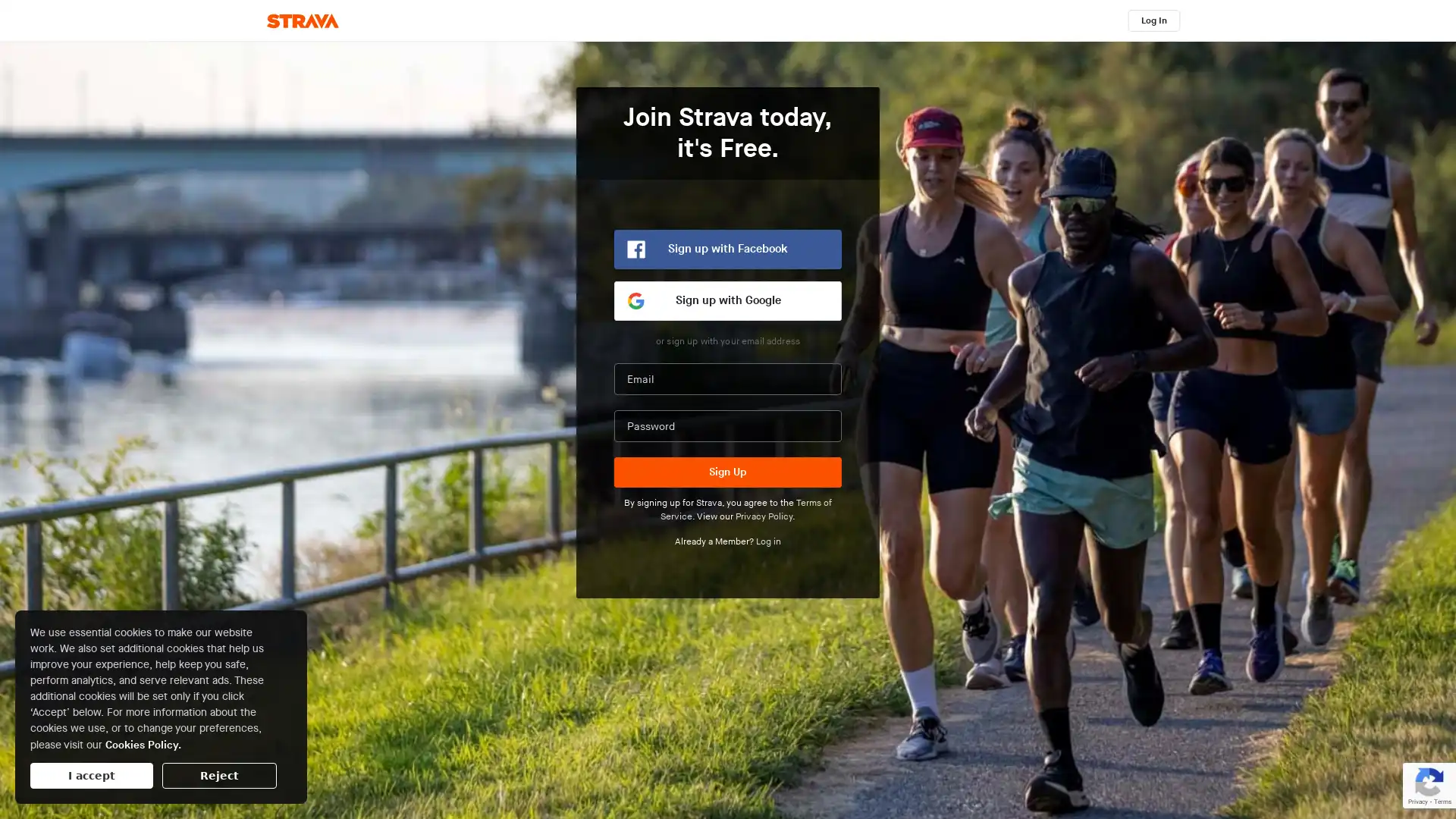 The image size is (1456, 819). What do you see at coordinates (728, 301) in the screenshot?
I see `Sign up with Google` at bounding box center [728, 301].